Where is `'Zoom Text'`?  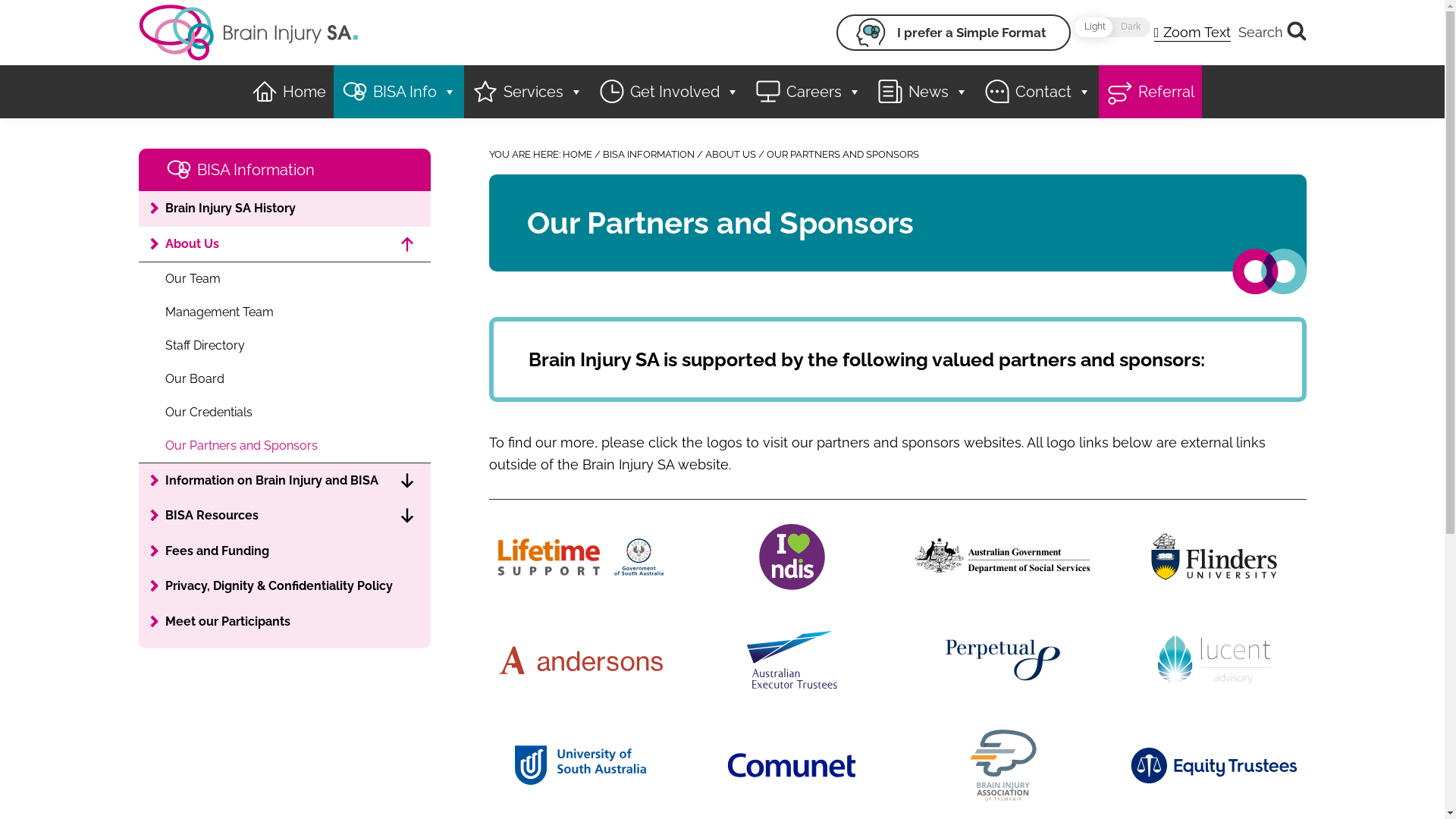
'Zoom Text' is located at coordinates (1191, 33).